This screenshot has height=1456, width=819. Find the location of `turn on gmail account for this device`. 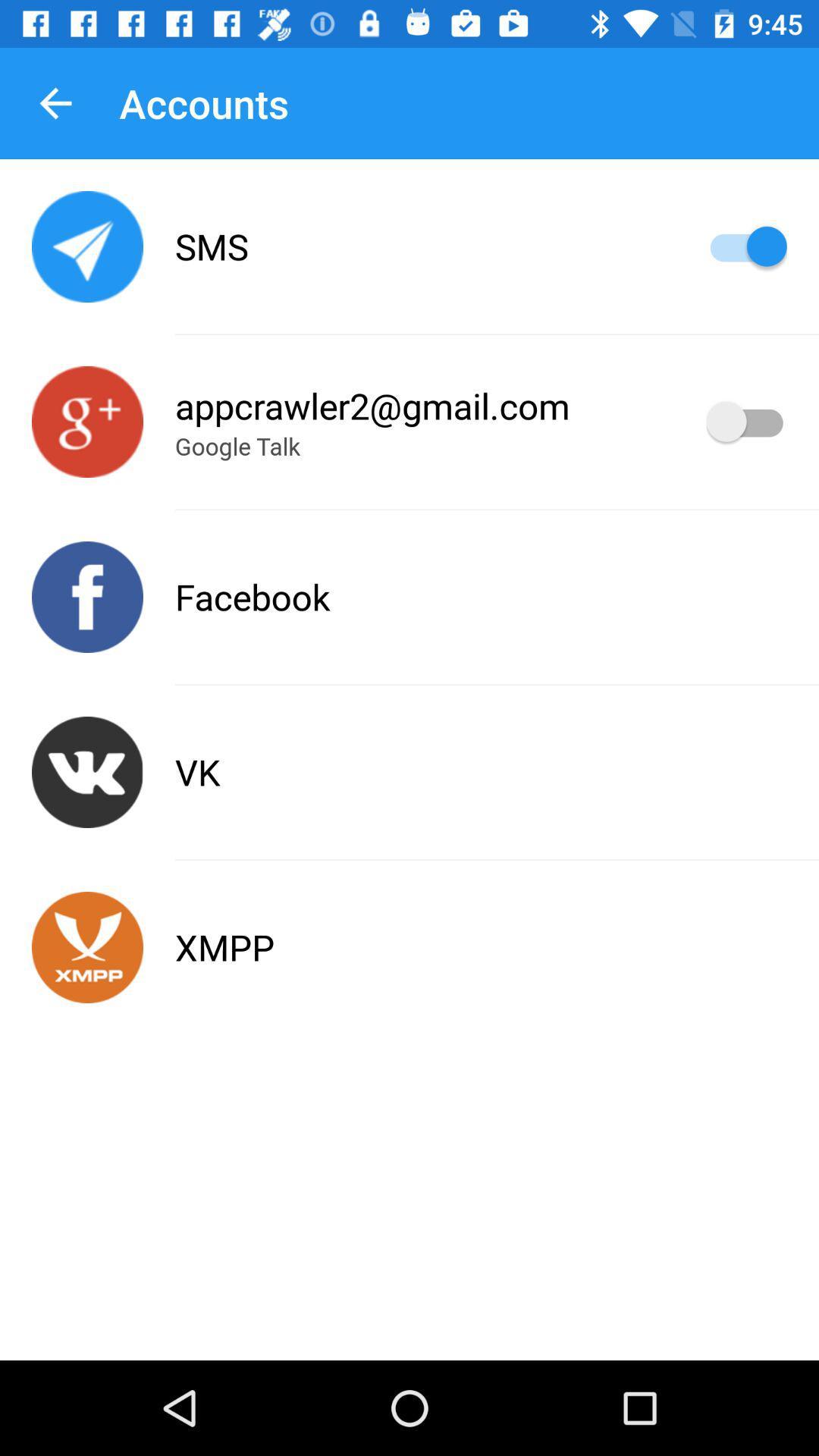

turn on gmail account for this device is located at coordinates (745, 422).